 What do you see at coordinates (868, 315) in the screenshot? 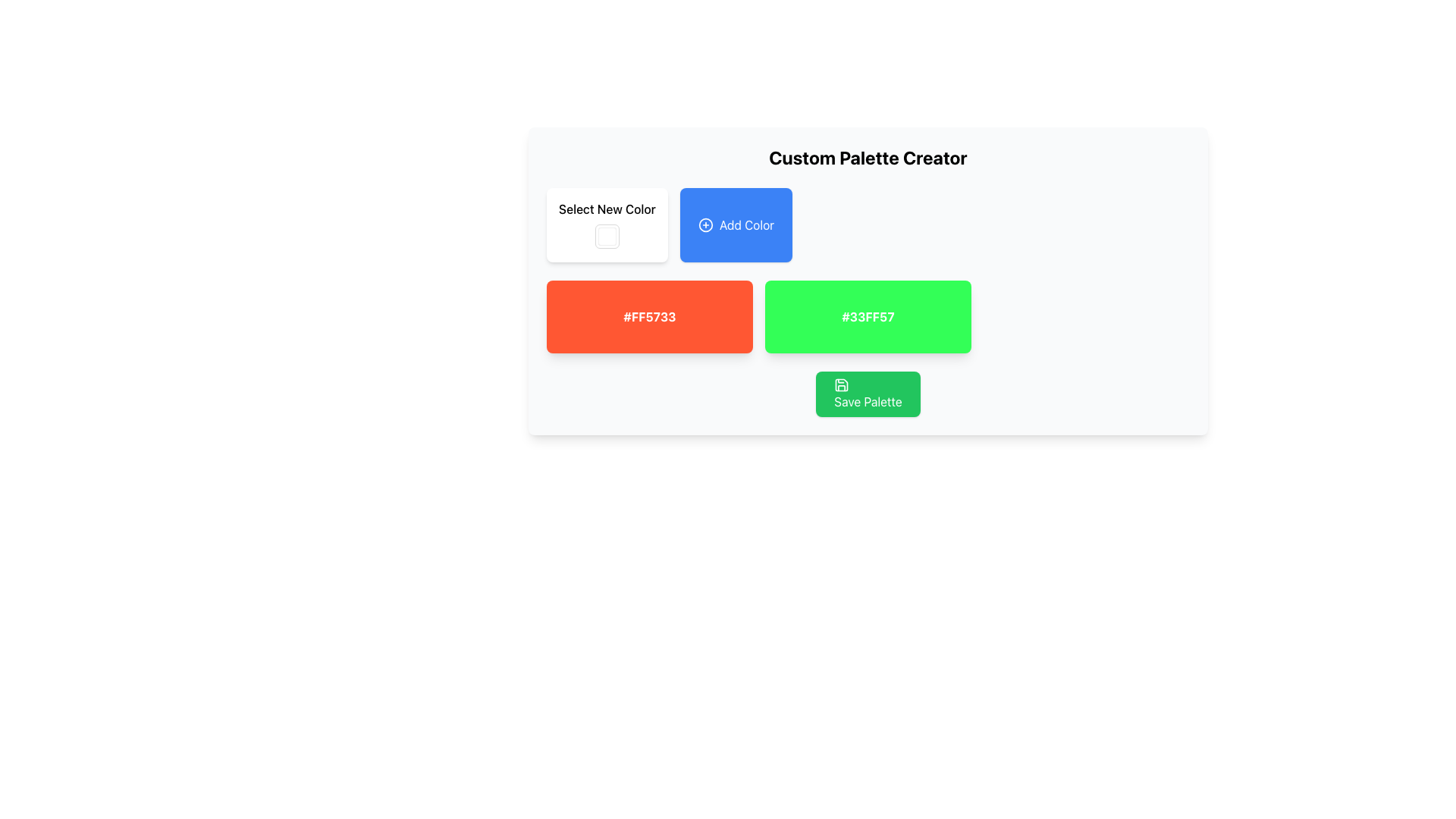
I see `the Color display box that represents the color '#33FF57' in the color palette creation tool` at bounding box center [868, 315].